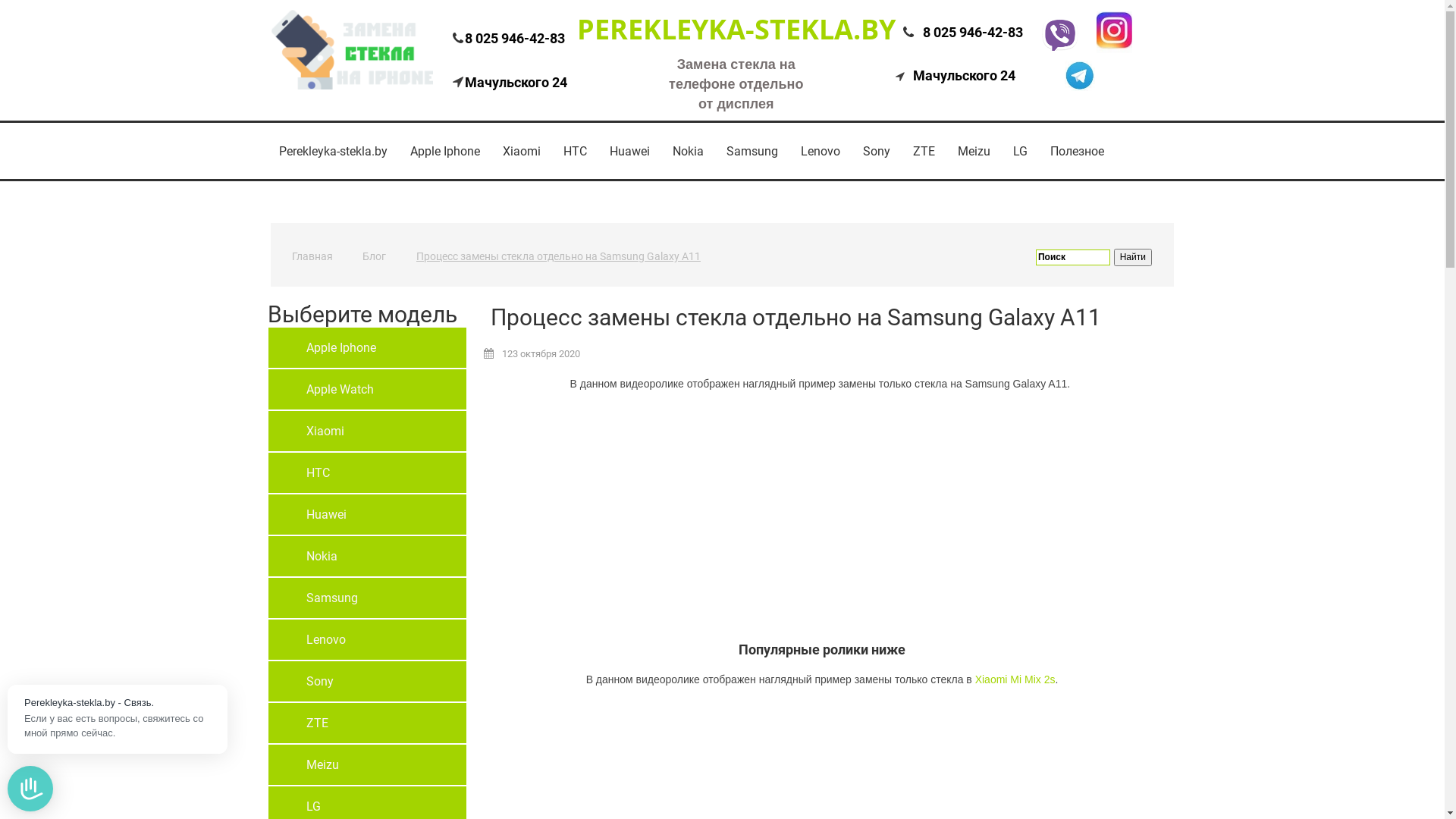  Describe the element at coordinates (366, 347) in the screenshot. I see `'Apple Iphone'` at that location.